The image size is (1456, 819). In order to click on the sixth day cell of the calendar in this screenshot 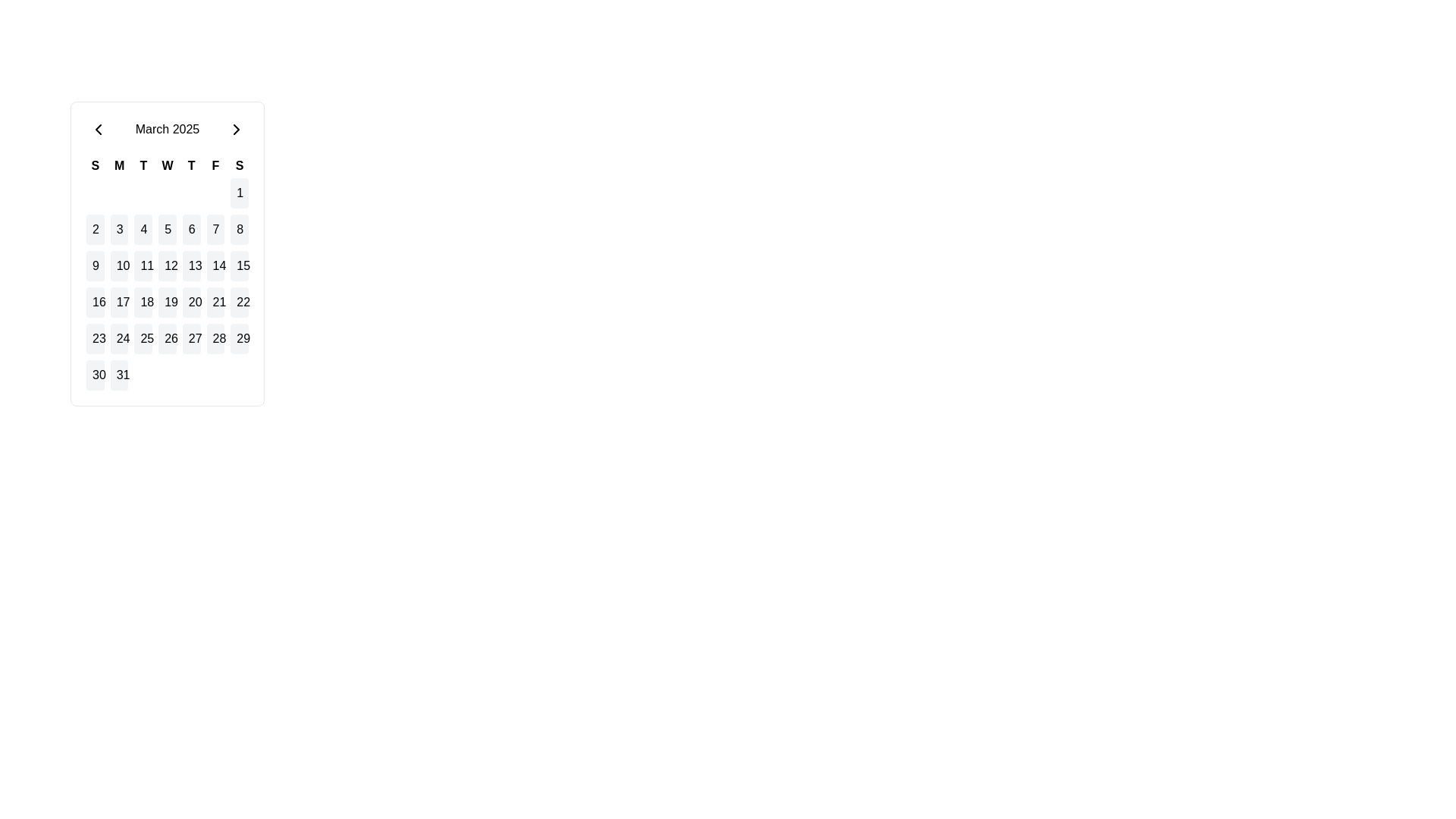, I will do `click(190, 230)`.